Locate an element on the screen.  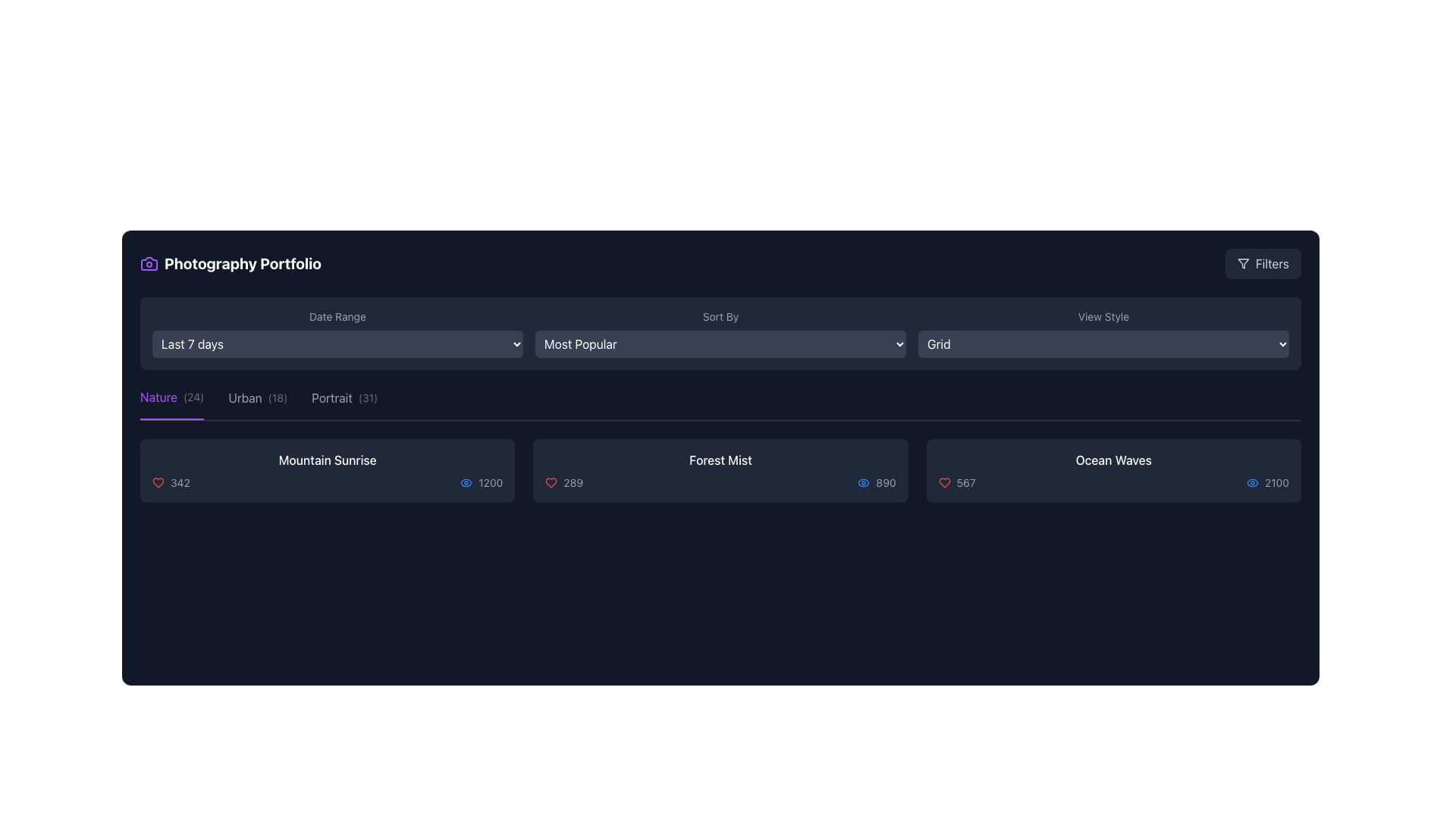
the red heart icon used for likes or favorites located in the bottom-left corner of the 'Forest Mist' card, positioned to the left of the numeric text '289' is located at coordinates (551, 482).